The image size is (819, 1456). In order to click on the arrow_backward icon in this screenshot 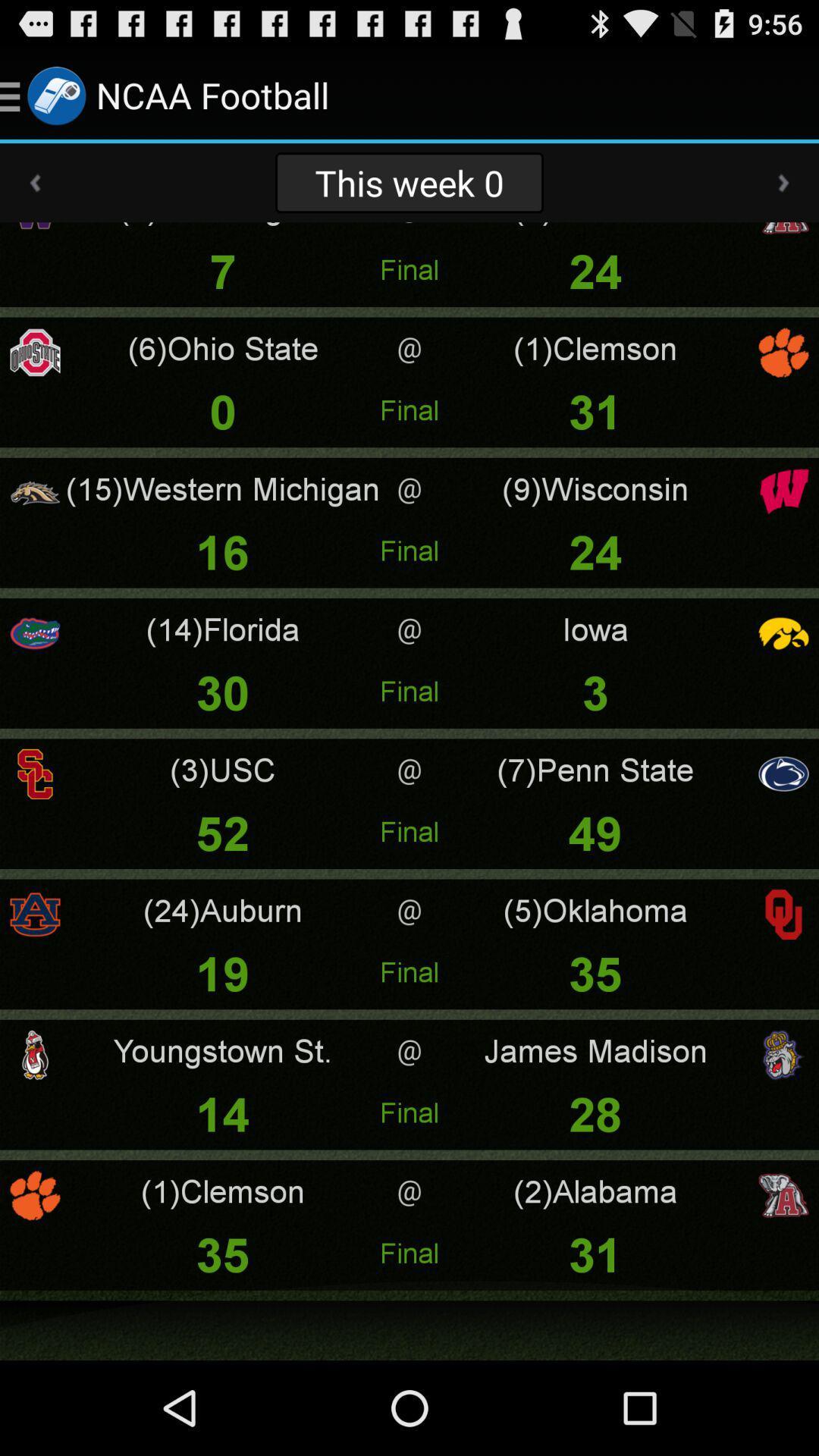, I will do `click(34, 195)`.